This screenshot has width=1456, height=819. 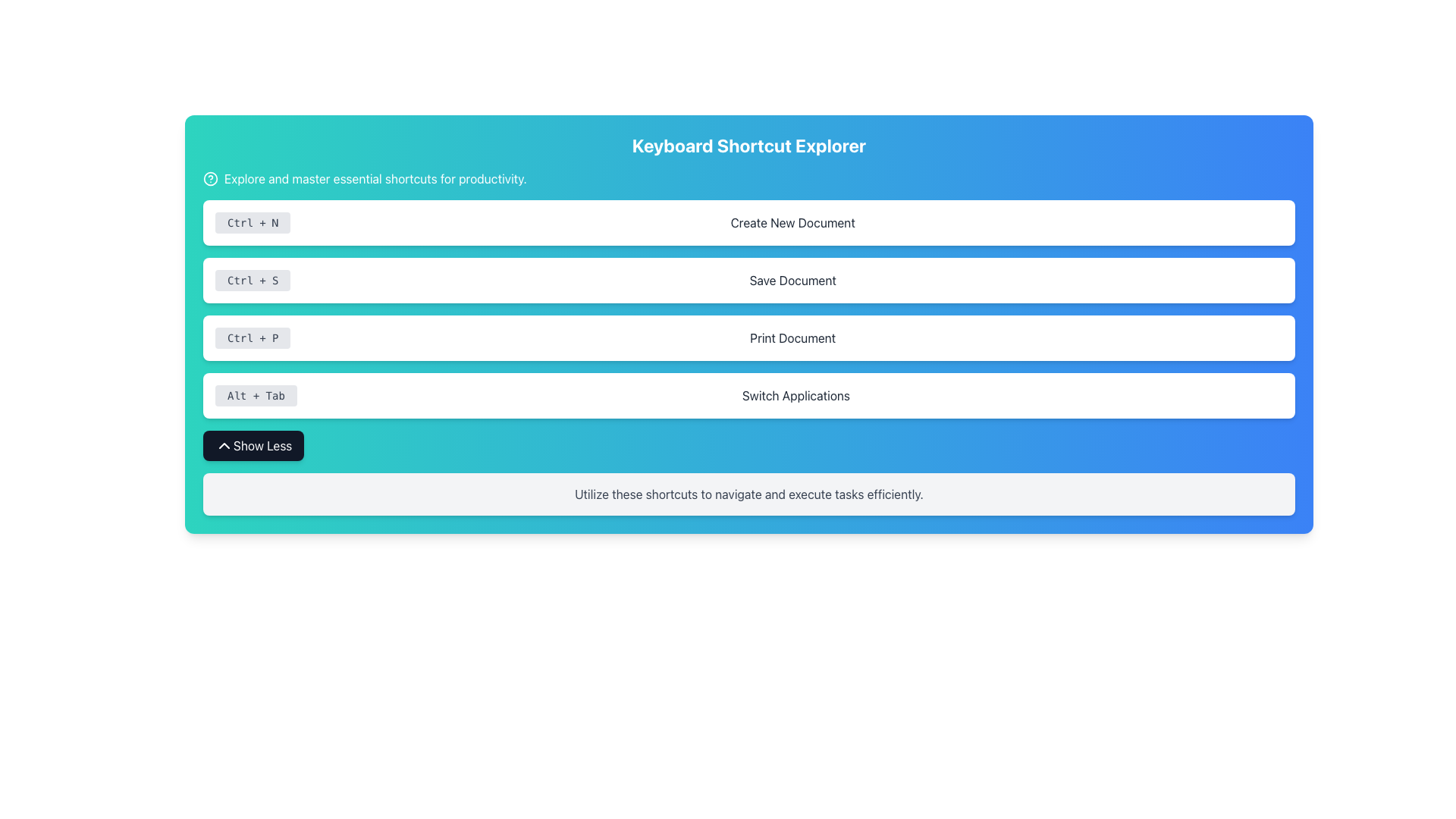 What do you see at coordinates (749, 222) in the screenshot?
I see `the composite UI element that contains a light gray button labeled 'Ctrl + N' and a text label 'Create New Document', positioned below 'Keyboard Shortcut Explorer'` at bounding box center [749, 222].